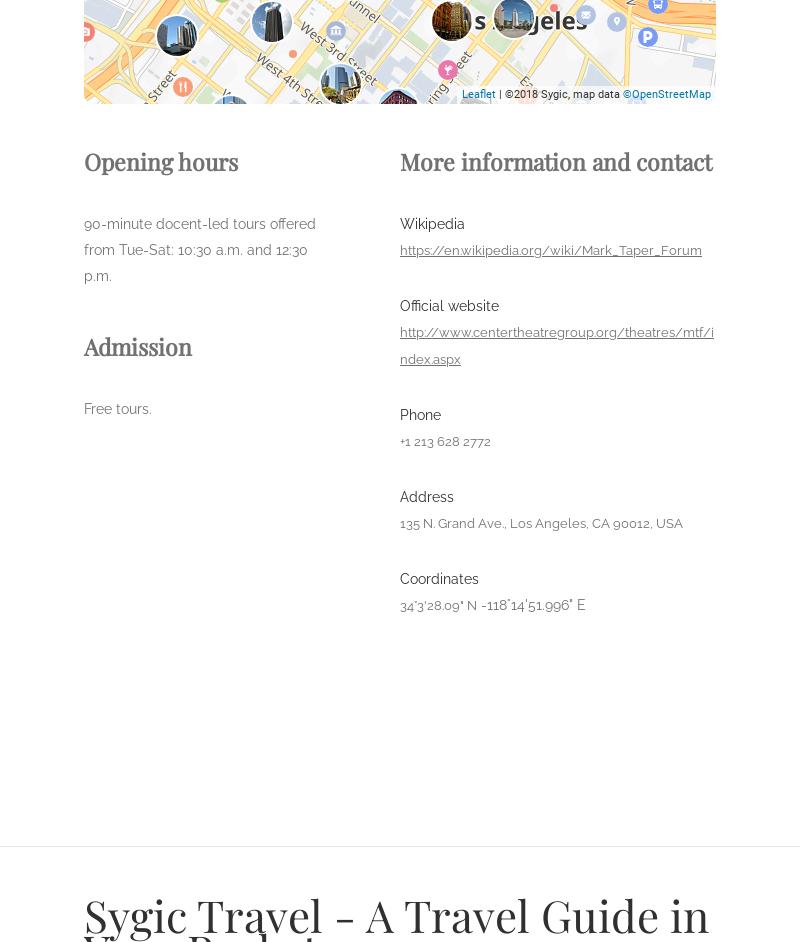 Image resolution: width=800 pixels, height=942 pixels. Describe the element at coordinates (426, 496) in the screenshot. I see `'Address'` at that location.